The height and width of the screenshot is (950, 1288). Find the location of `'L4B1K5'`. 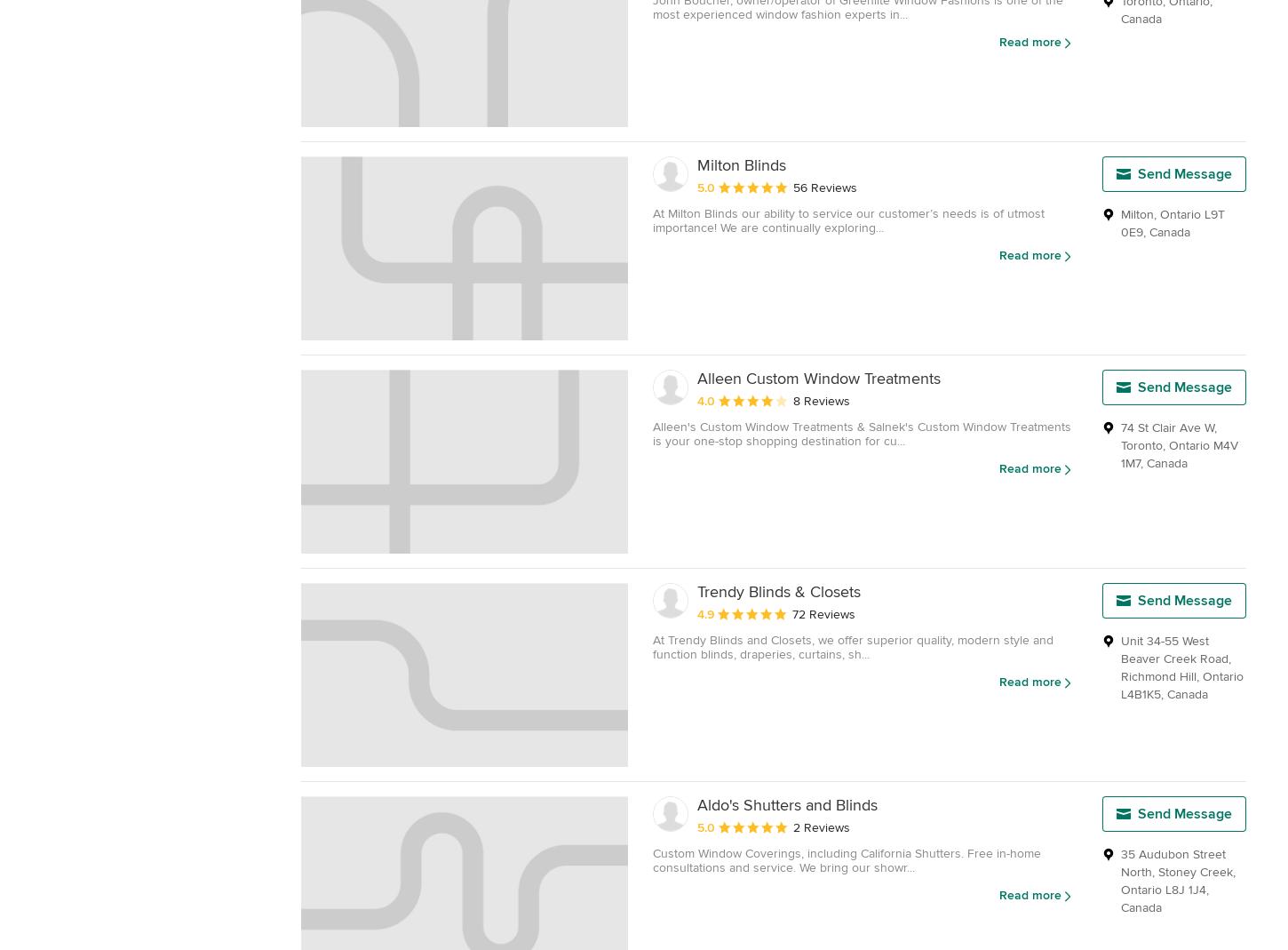

'L4B1K5' is located at coordinates (1120, 694).